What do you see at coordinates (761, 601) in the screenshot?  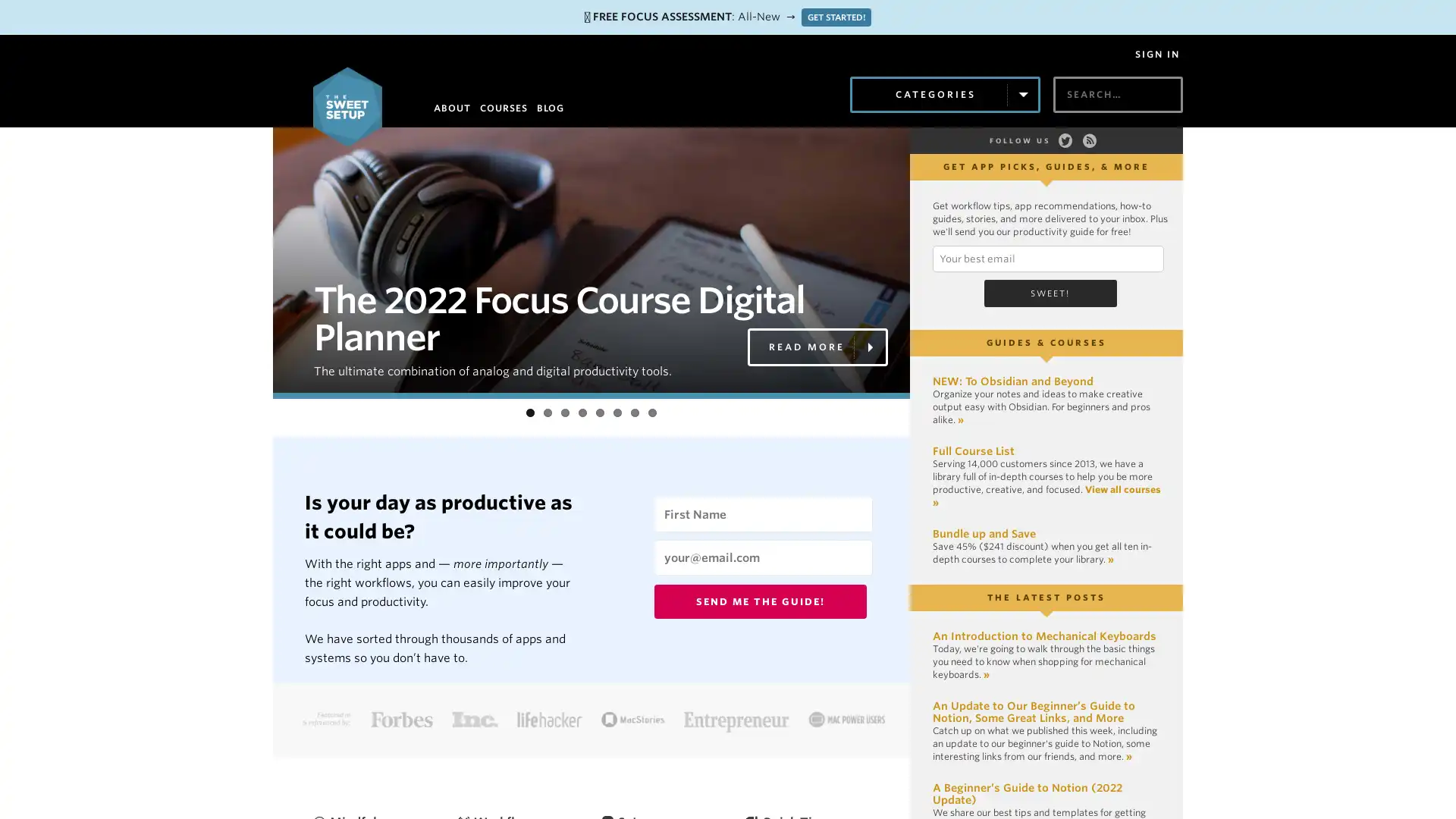 I see `Send Me the Guide!` at bounding box center [761, 601].